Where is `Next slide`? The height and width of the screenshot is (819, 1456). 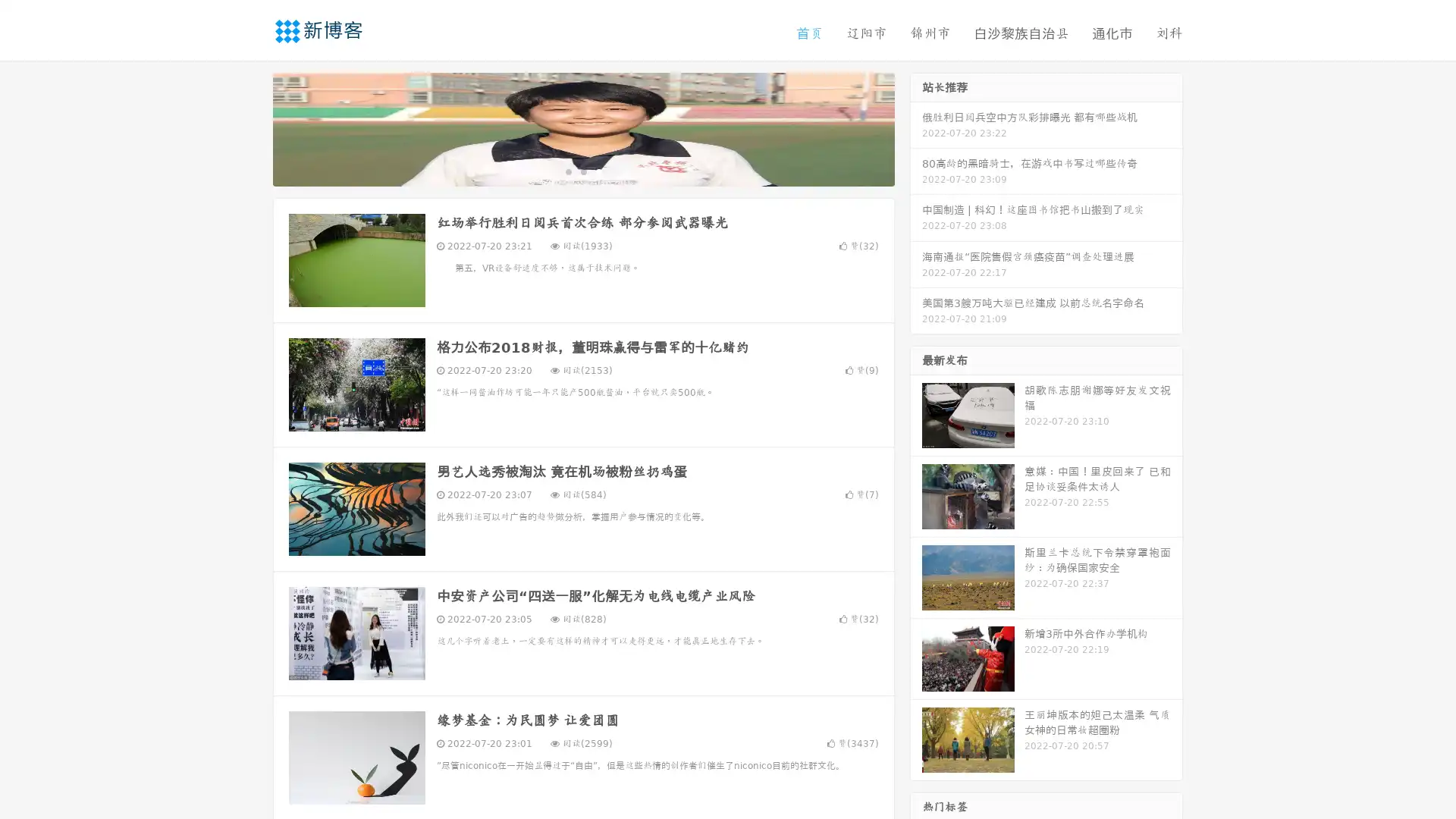
Next slide is located at coordinates (916, 127).